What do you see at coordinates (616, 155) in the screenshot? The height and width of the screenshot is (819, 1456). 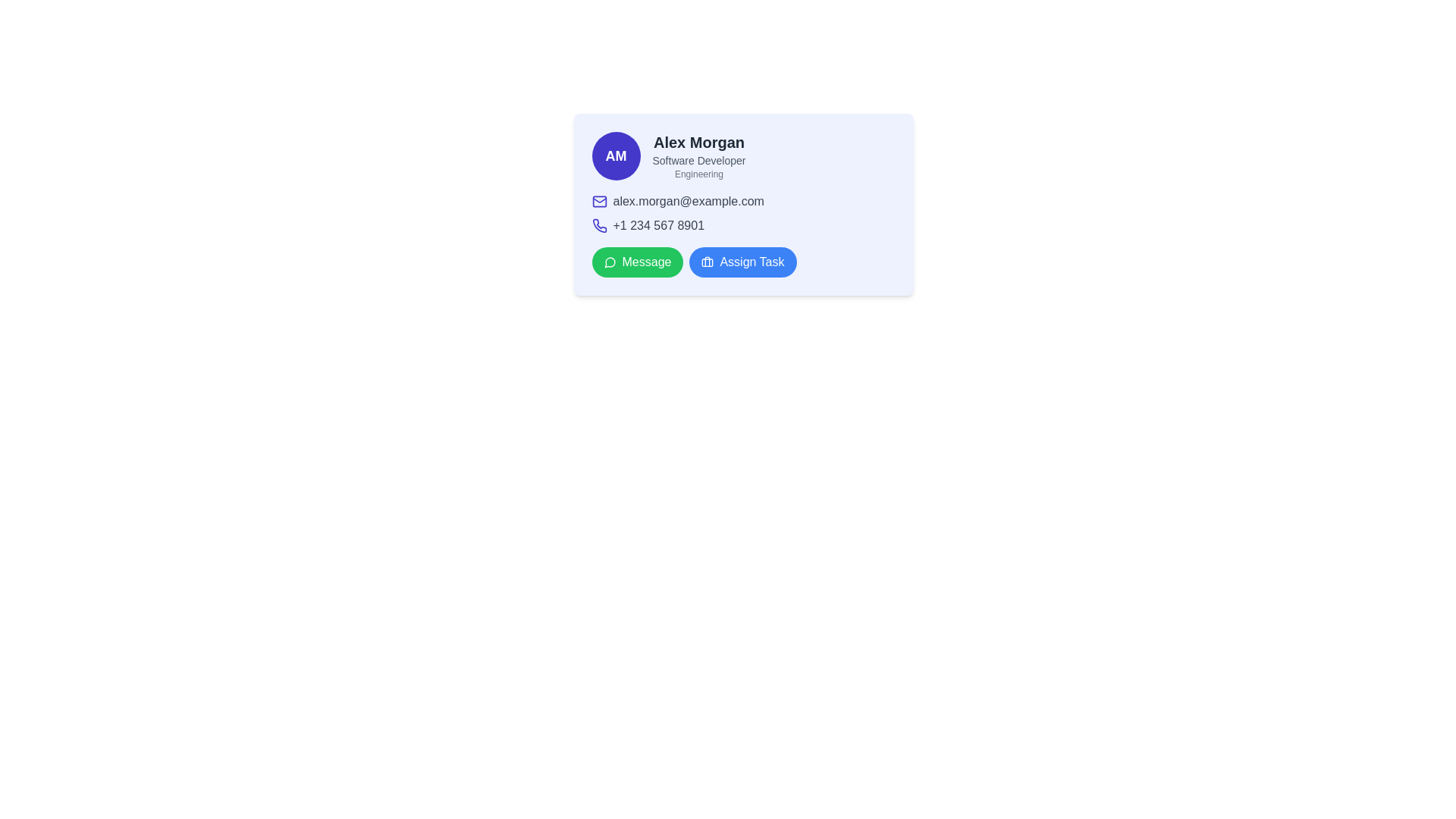 I see `the circular avatar with a purple background and white text 'AM'` at bounding box center [616, 155].